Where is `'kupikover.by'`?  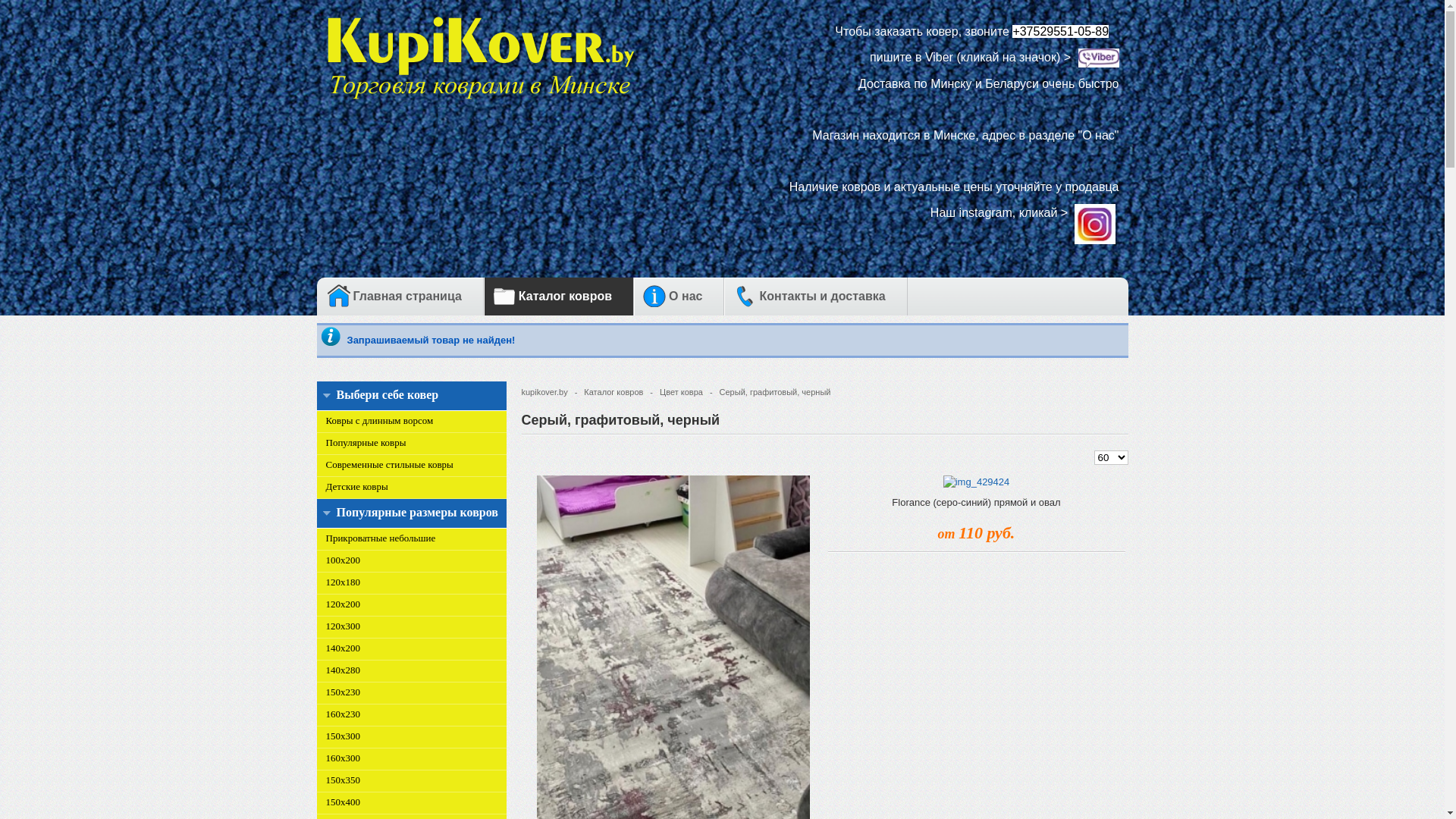
'kupikover.by' is located at coordinates (548, 390).